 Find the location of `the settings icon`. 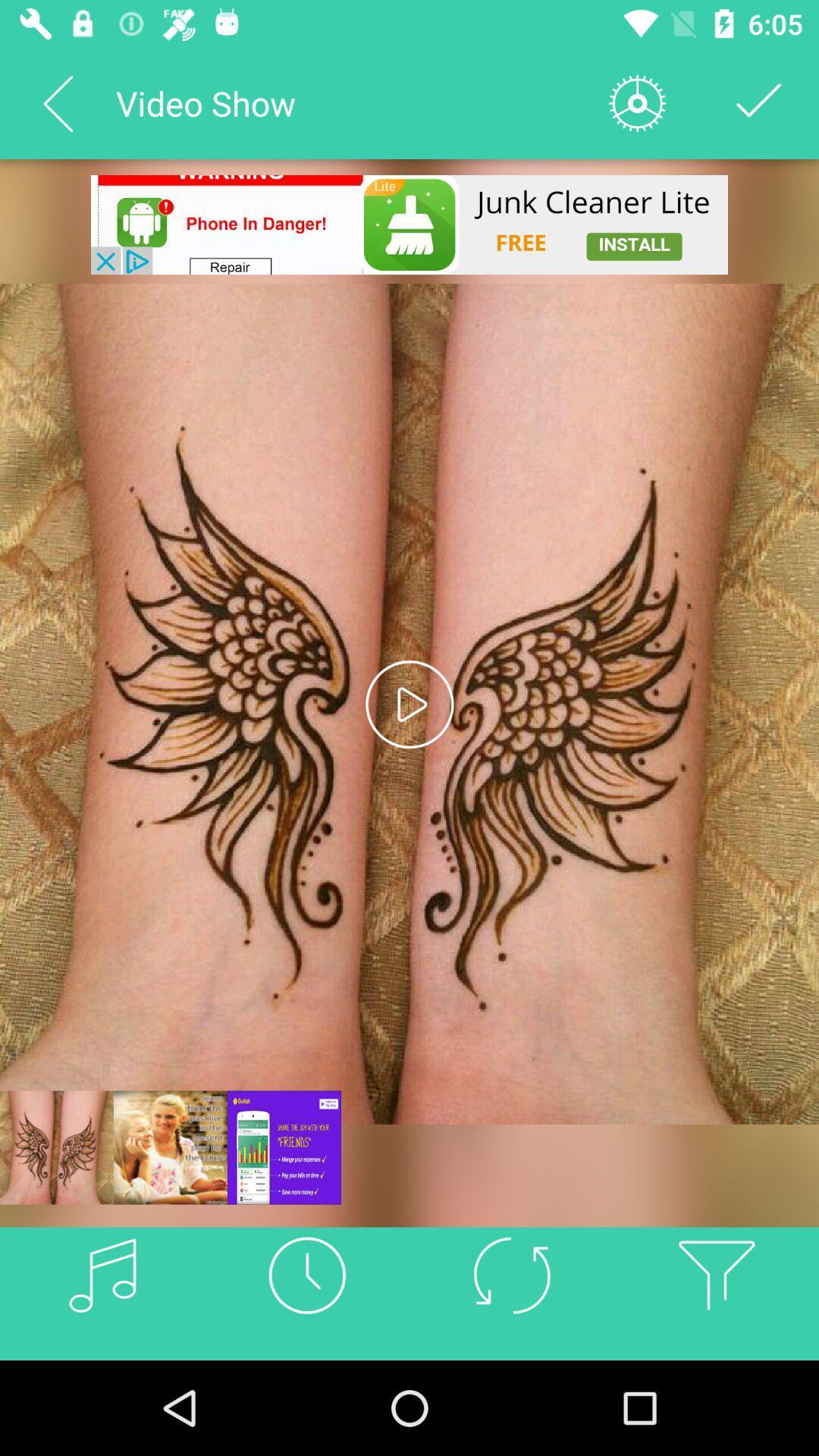

the settings icon is located at coordinates (637, 102).